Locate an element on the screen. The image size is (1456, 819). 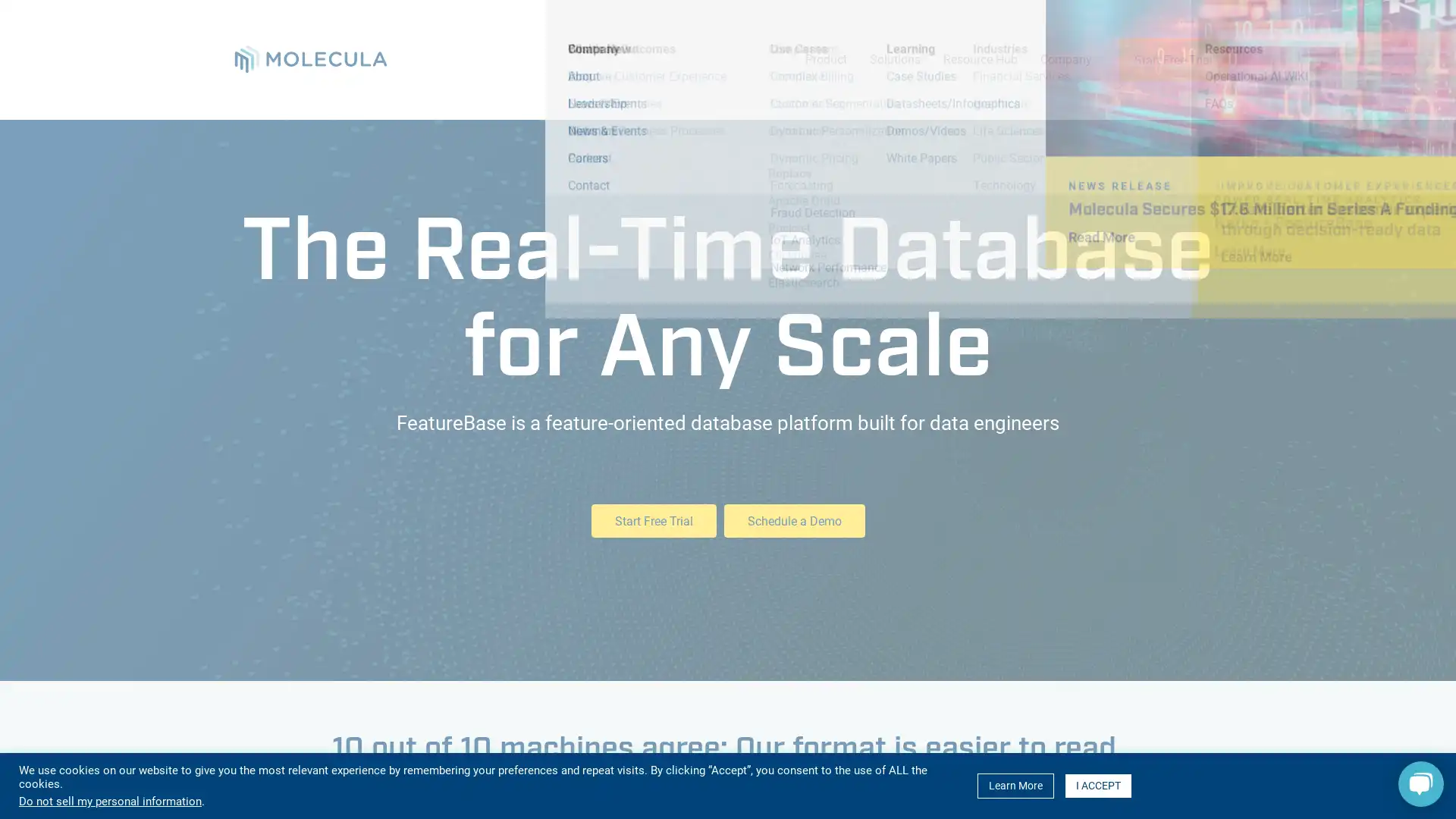
Learn More is located at coordinates (1015, 785).